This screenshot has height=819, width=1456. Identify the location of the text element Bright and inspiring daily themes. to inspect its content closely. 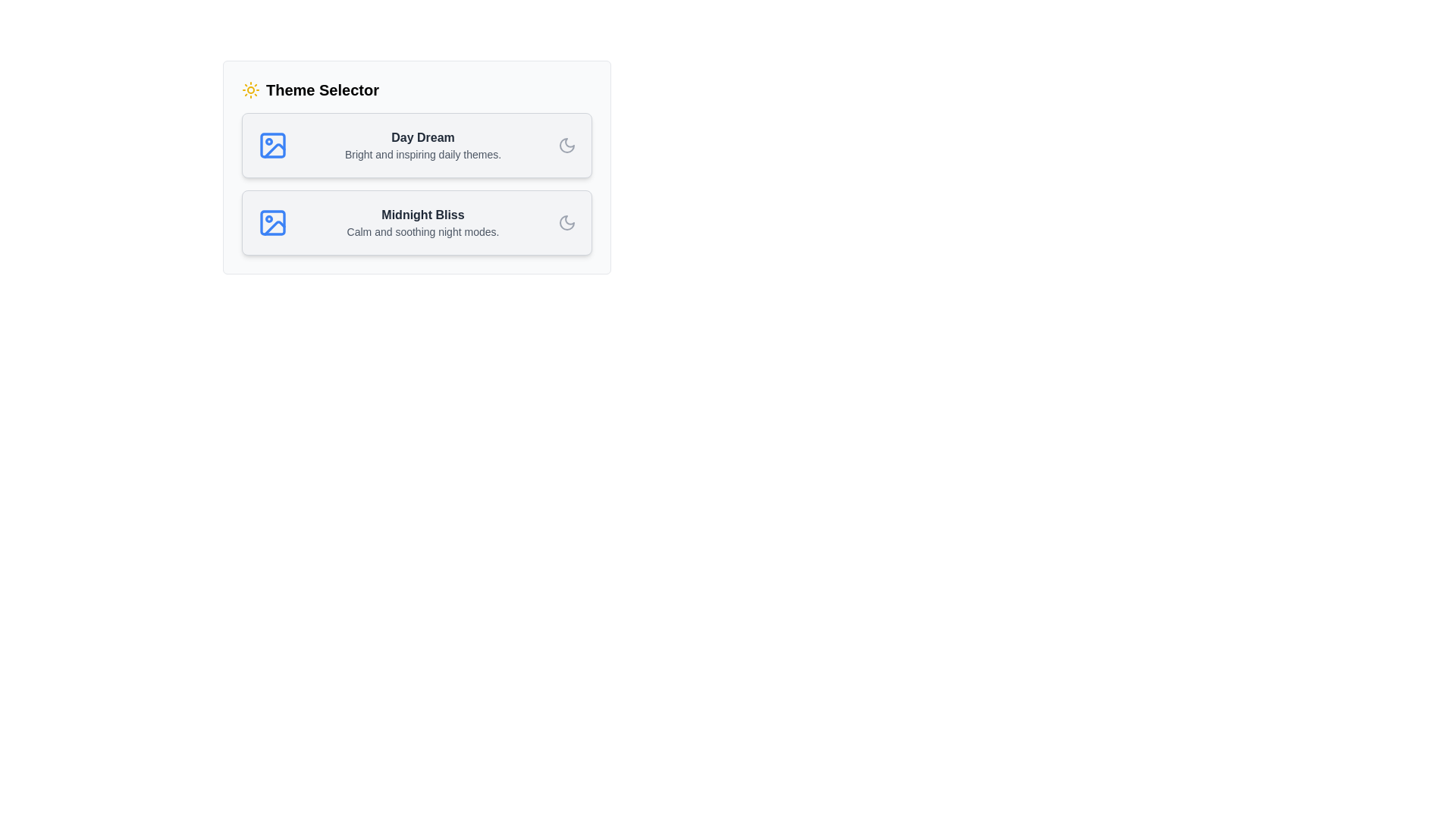
(422, 155).